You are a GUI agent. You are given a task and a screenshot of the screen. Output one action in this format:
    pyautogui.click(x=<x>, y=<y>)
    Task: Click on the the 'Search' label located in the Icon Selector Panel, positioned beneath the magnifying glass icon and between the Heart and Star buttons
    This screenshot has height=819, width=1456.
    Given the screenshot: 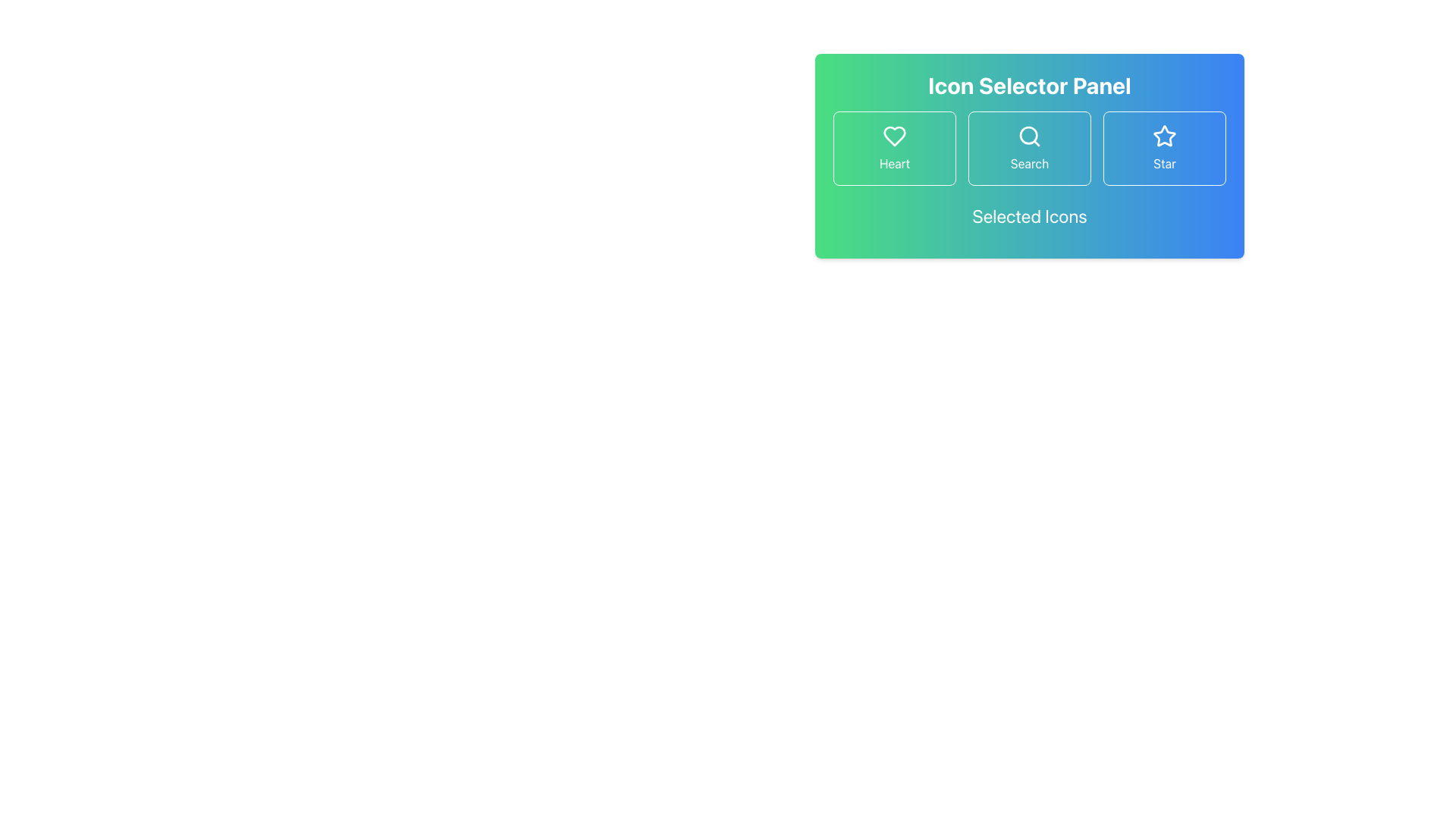 What is the action you would take?
    pyautogui.click(x=1030, y=164)
    